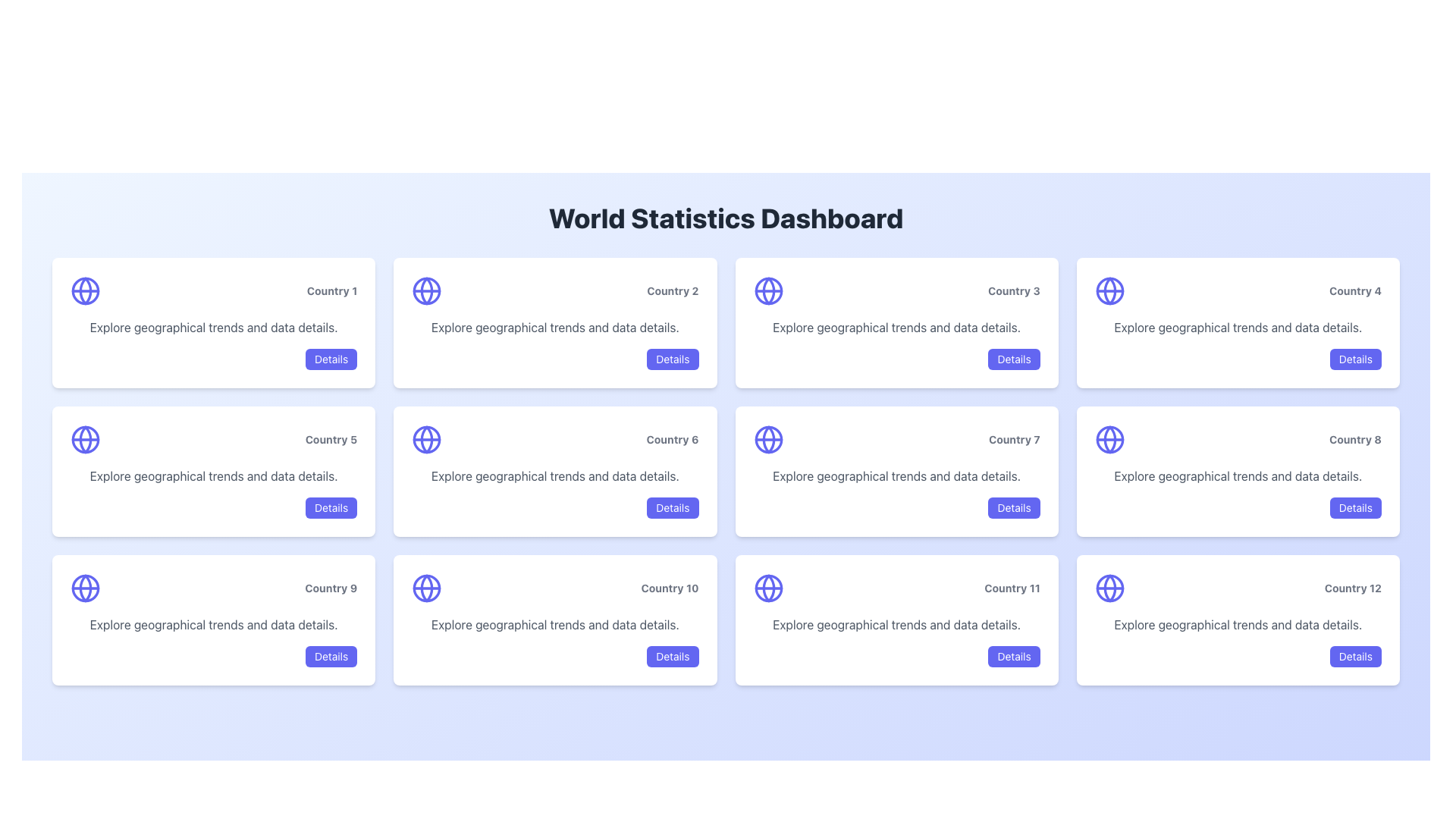 This screenshot has height=819, width=1456. Describe the element at coordinates (213, 327) in the screenshot. I see `the text label component within the 'Country 1' card, which provides an overview of geographical trends and data details` at that location.